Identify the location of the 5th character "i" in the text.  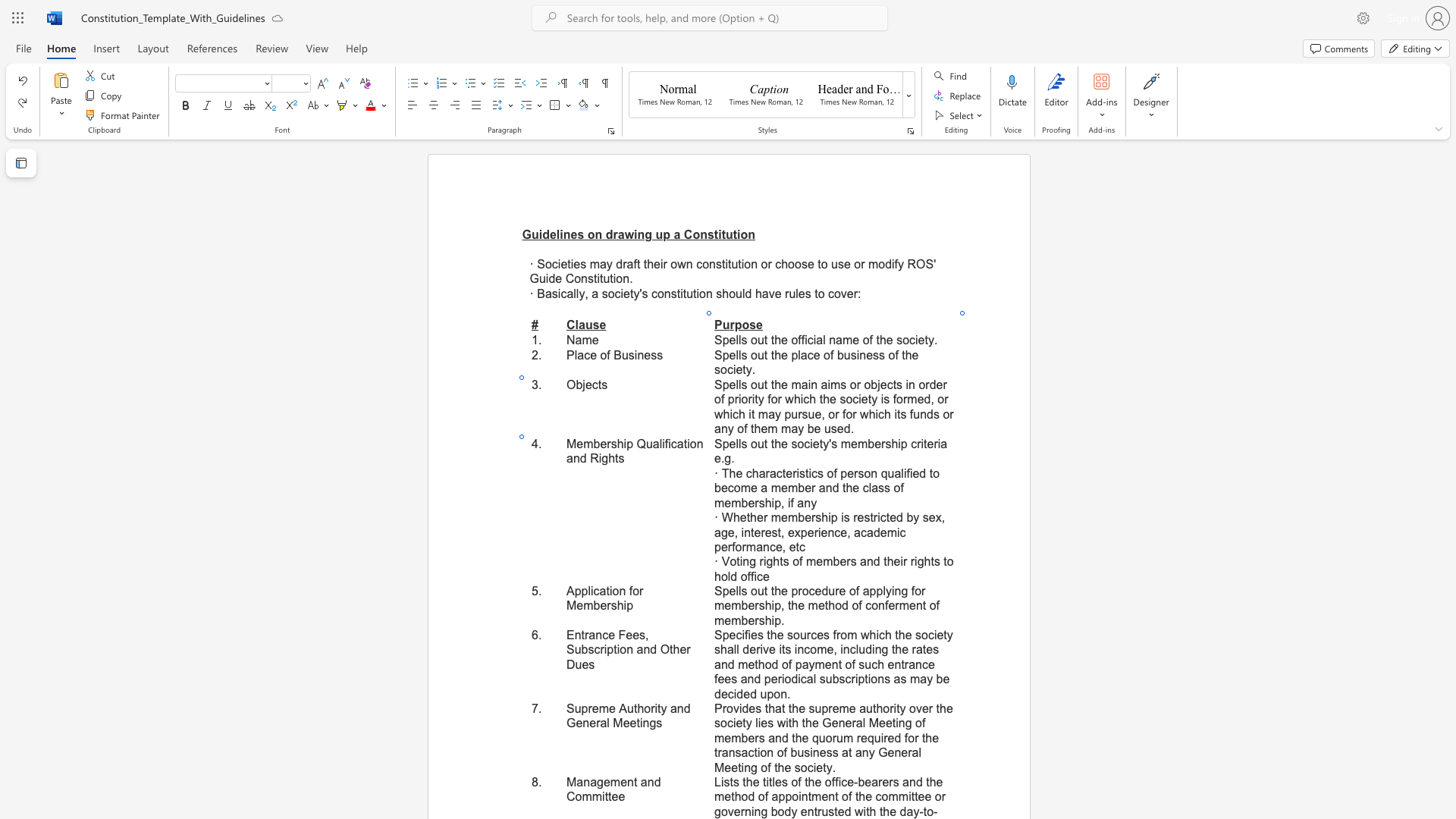
(599, 457).